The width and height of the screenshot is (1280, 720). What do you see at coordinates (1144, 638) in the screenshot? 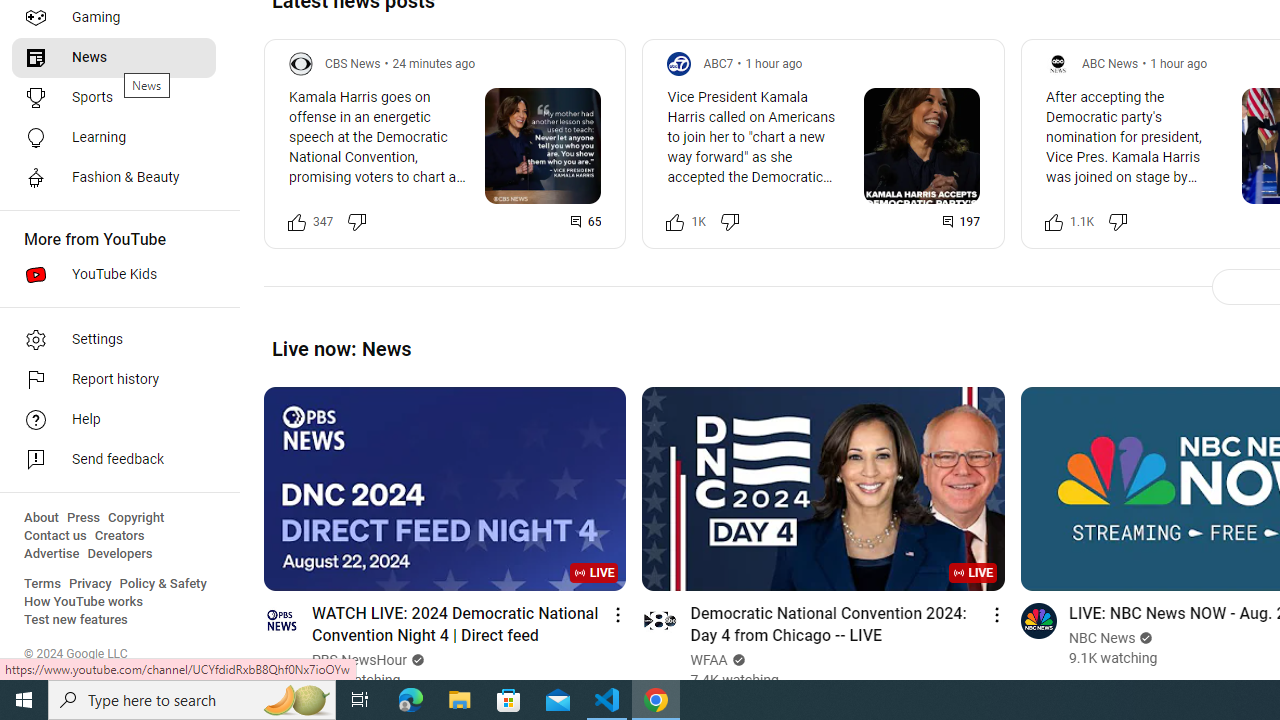
I see `'Verified'` at bounding box center [1144, 638].